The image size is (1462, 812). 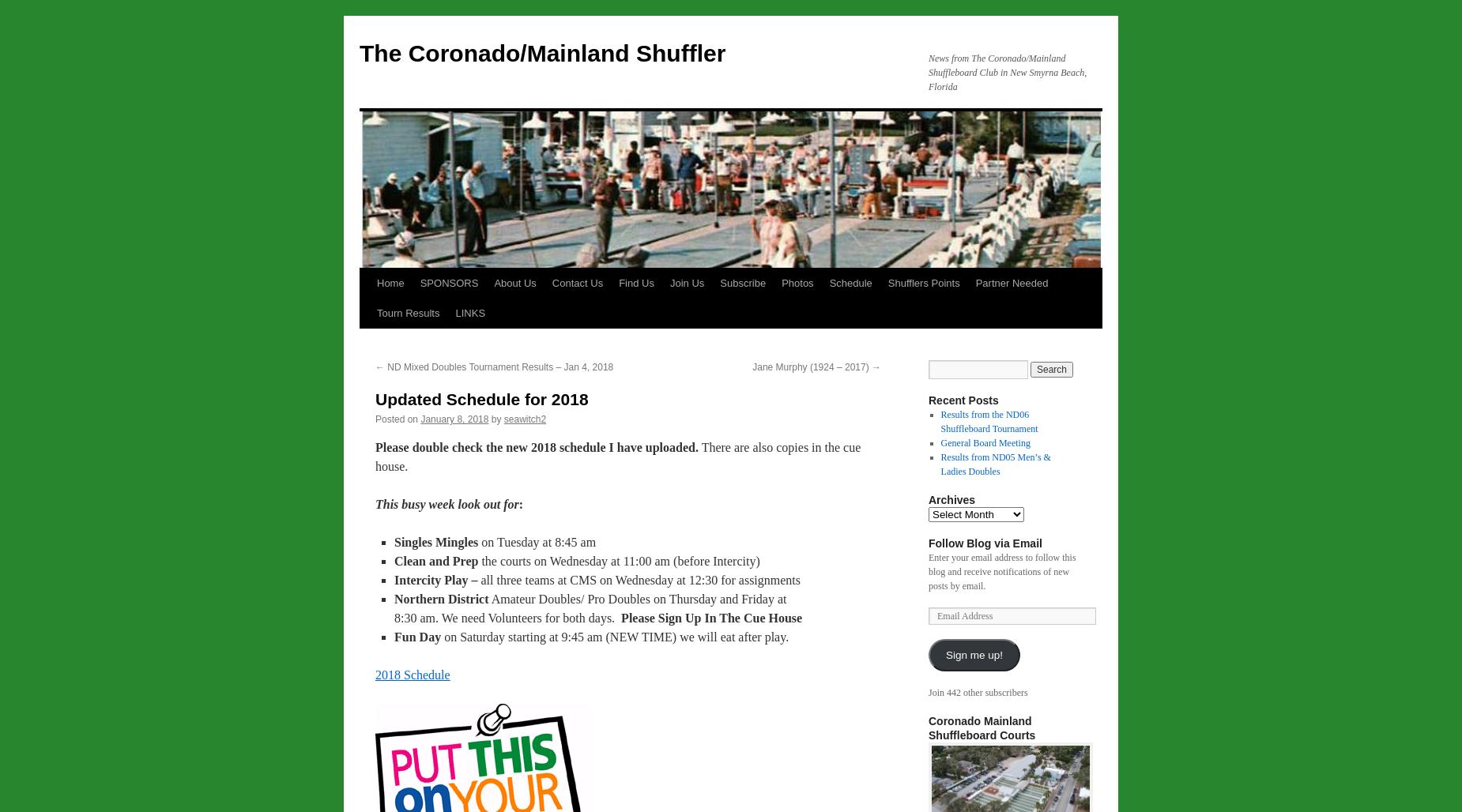 What do you see at coordinates (397, 419) in the screenshot?
I see `'Posted on'` at bounding box center [397, 419].